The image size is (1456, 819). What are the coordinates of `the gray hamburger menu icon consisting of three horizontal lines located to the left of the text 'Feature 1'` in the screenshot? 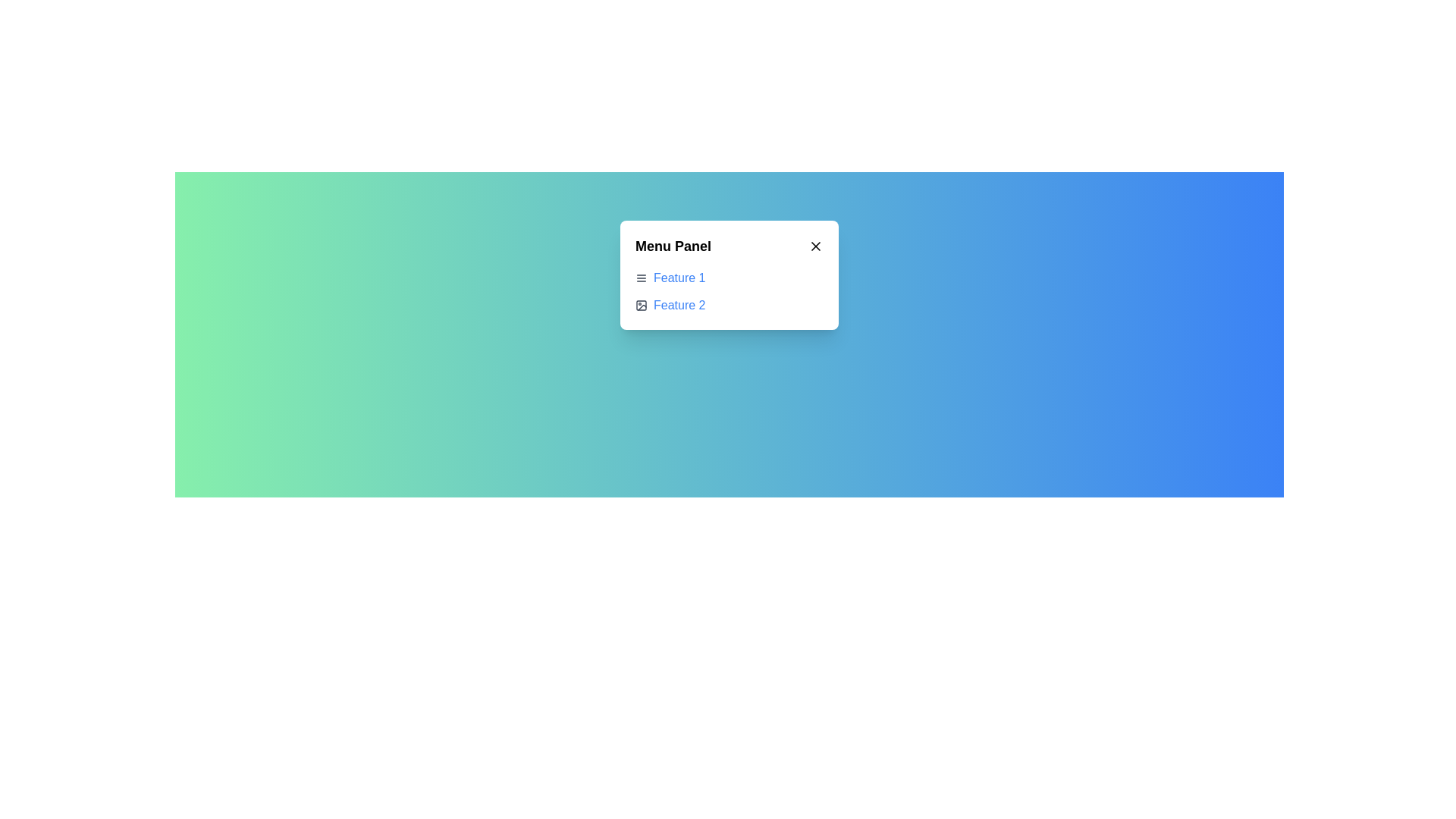 It's located at (641, 278).